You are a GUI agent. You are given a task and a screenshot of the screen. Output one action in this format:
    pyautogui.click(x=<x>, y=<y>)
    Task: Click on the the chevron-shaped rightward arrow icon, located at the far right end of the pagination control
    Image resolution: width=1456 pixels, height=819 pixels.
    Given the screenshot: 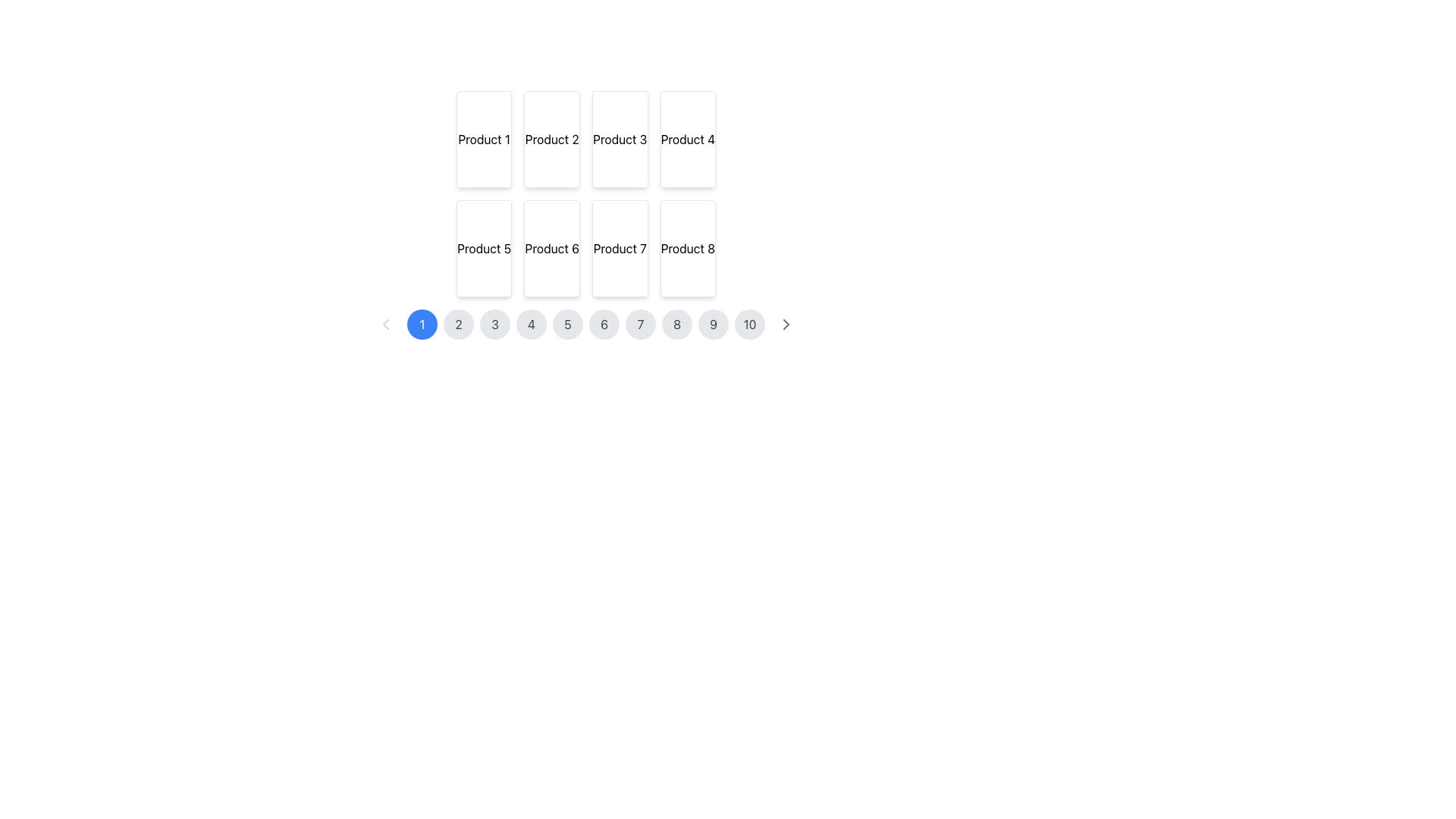 What is the action you would take?
    pyautogui.click(x=786, y=324)
    